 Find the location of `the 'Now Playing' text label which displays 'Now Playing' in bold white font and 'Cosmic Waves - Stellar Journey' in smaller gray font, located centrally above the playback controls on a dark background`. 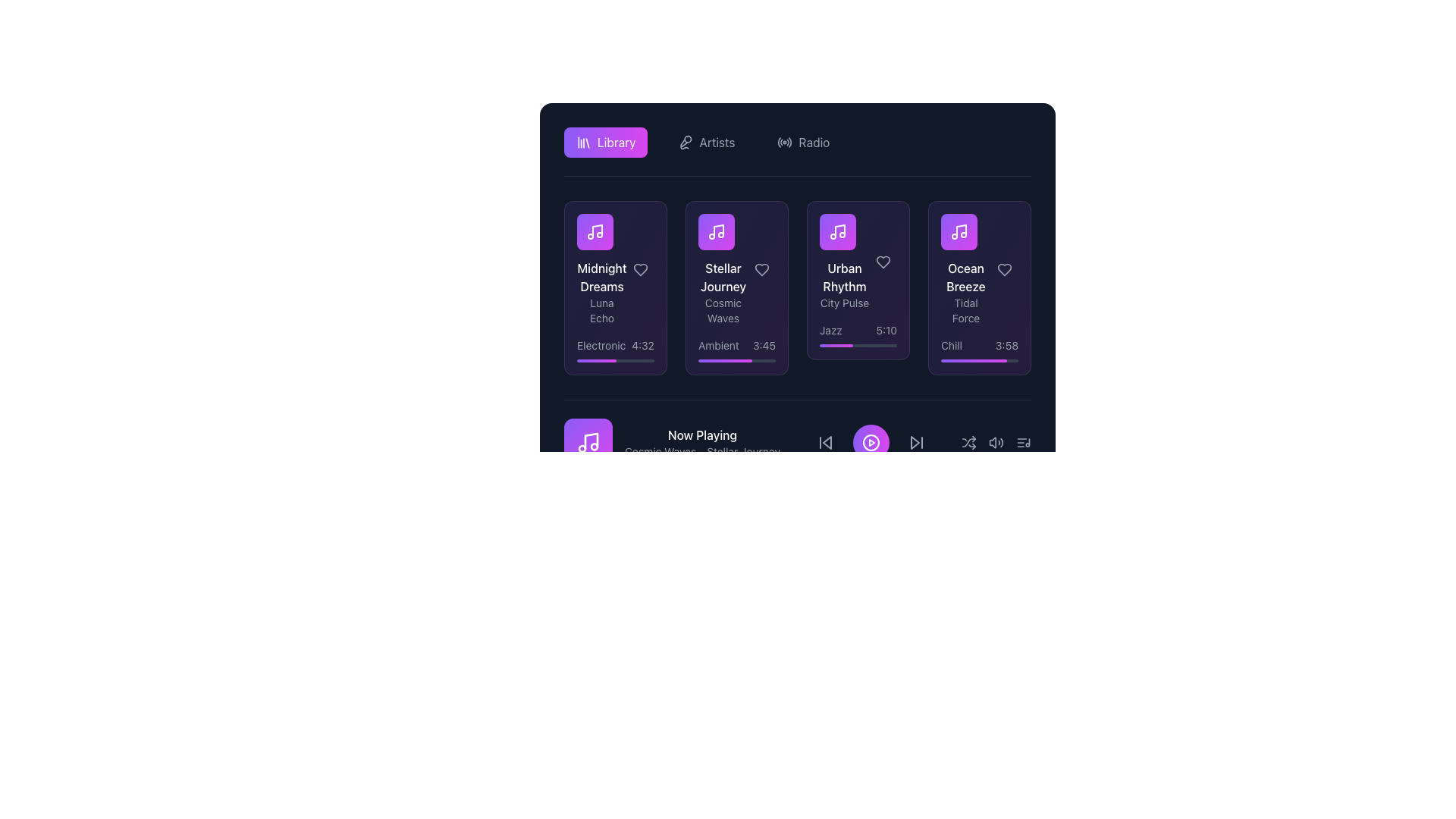

the 'Now Playing' text label which displays 'Now Playing' in bold white font and 'Cosmic Waves - Stellar Journey' in smaller gray font, located centrally above the playback controls on a dark background is located at coordinates (701, 442).